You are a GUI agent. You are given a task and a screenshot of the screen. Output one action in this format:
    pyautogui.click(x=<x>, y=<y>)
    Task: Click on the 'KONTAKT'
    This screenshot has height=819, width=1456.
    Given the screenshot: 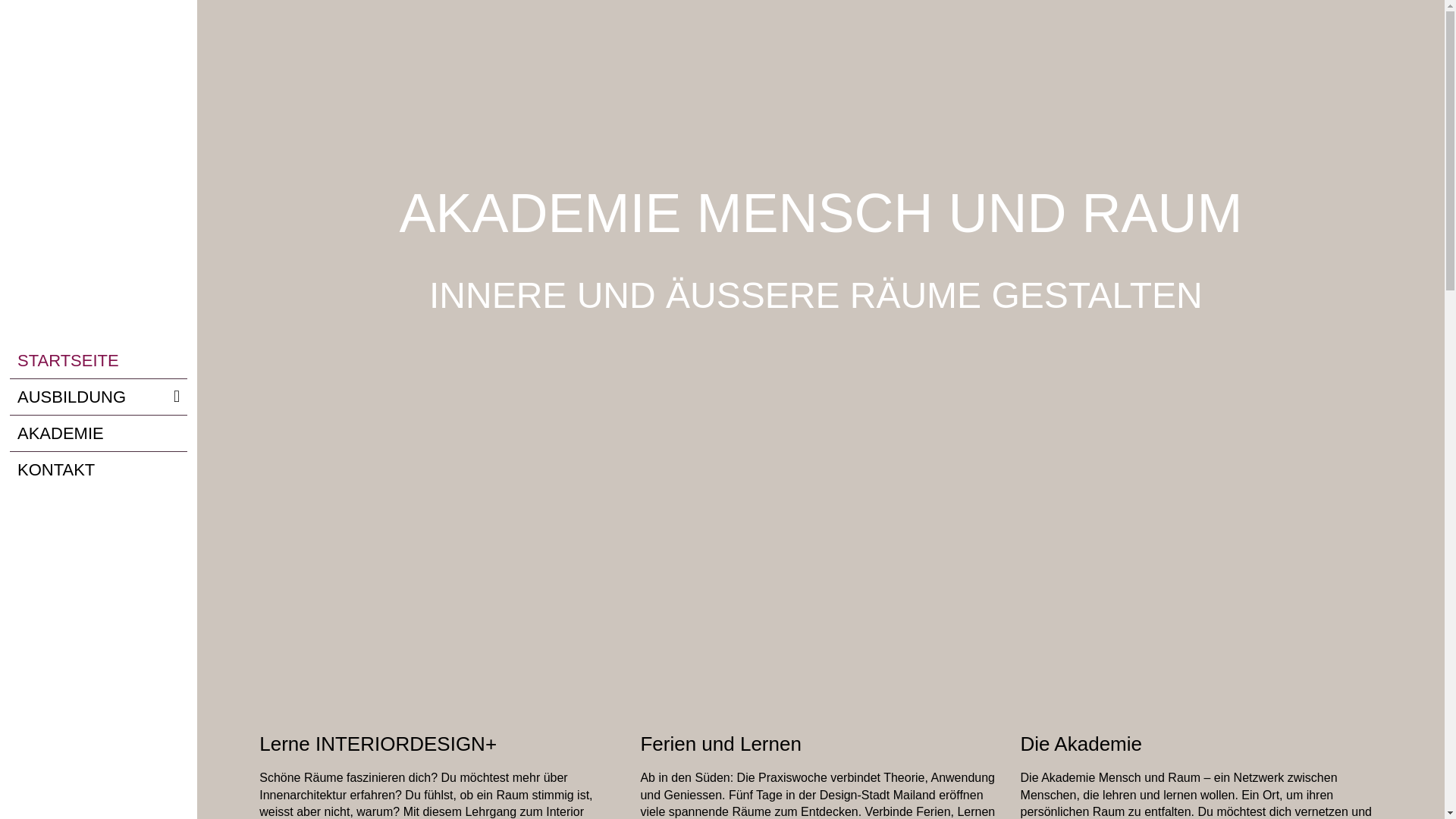 What is the action you would take?
    pyautogui.click(x=97, y=469)
    